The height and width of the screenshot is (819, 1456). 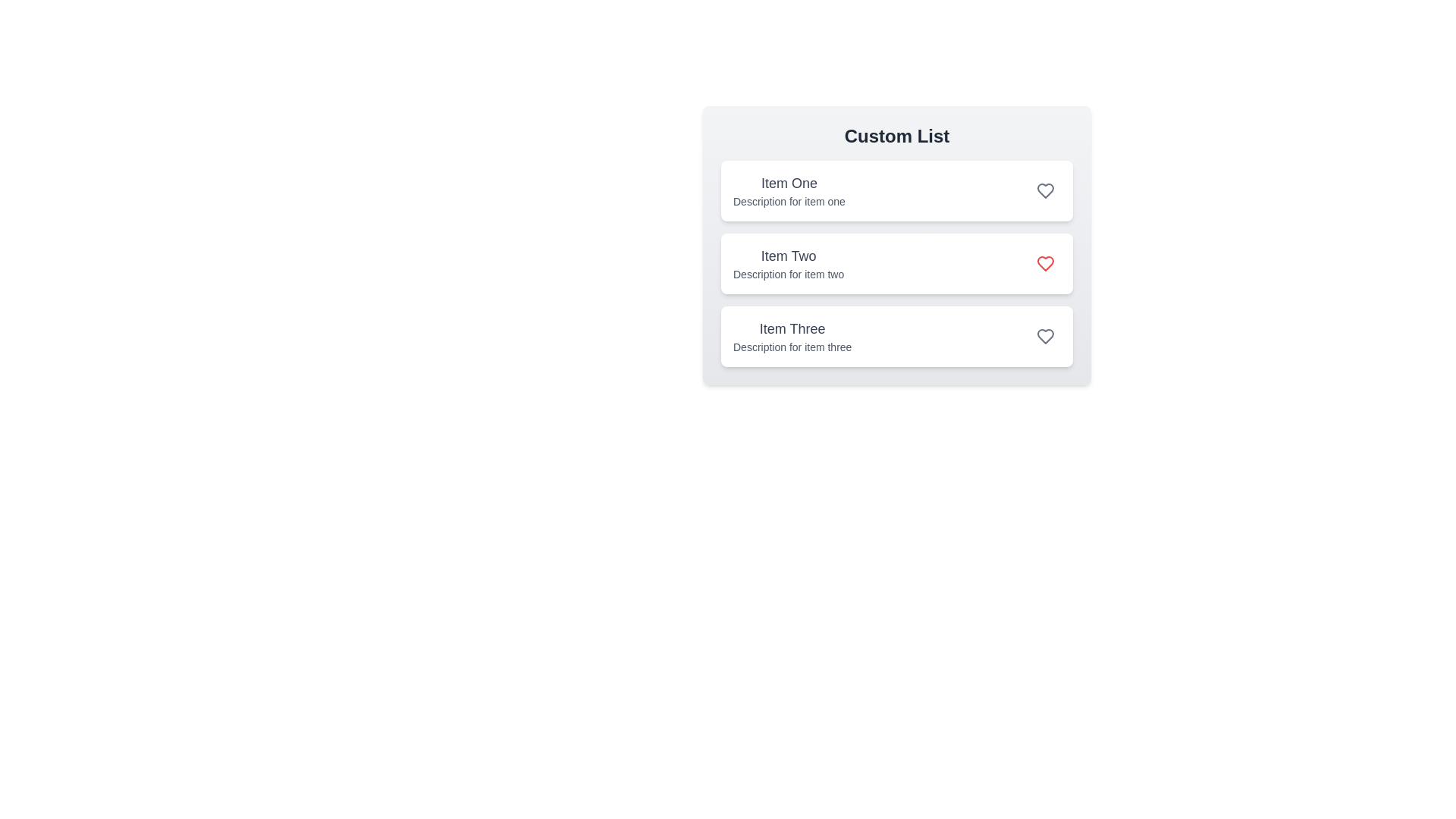 What do you see at coordinates (1044, 262) in the screenshot?
I see `the heart icon for Item Two to toggle its favorite status` at bounding box center [1044, 262].